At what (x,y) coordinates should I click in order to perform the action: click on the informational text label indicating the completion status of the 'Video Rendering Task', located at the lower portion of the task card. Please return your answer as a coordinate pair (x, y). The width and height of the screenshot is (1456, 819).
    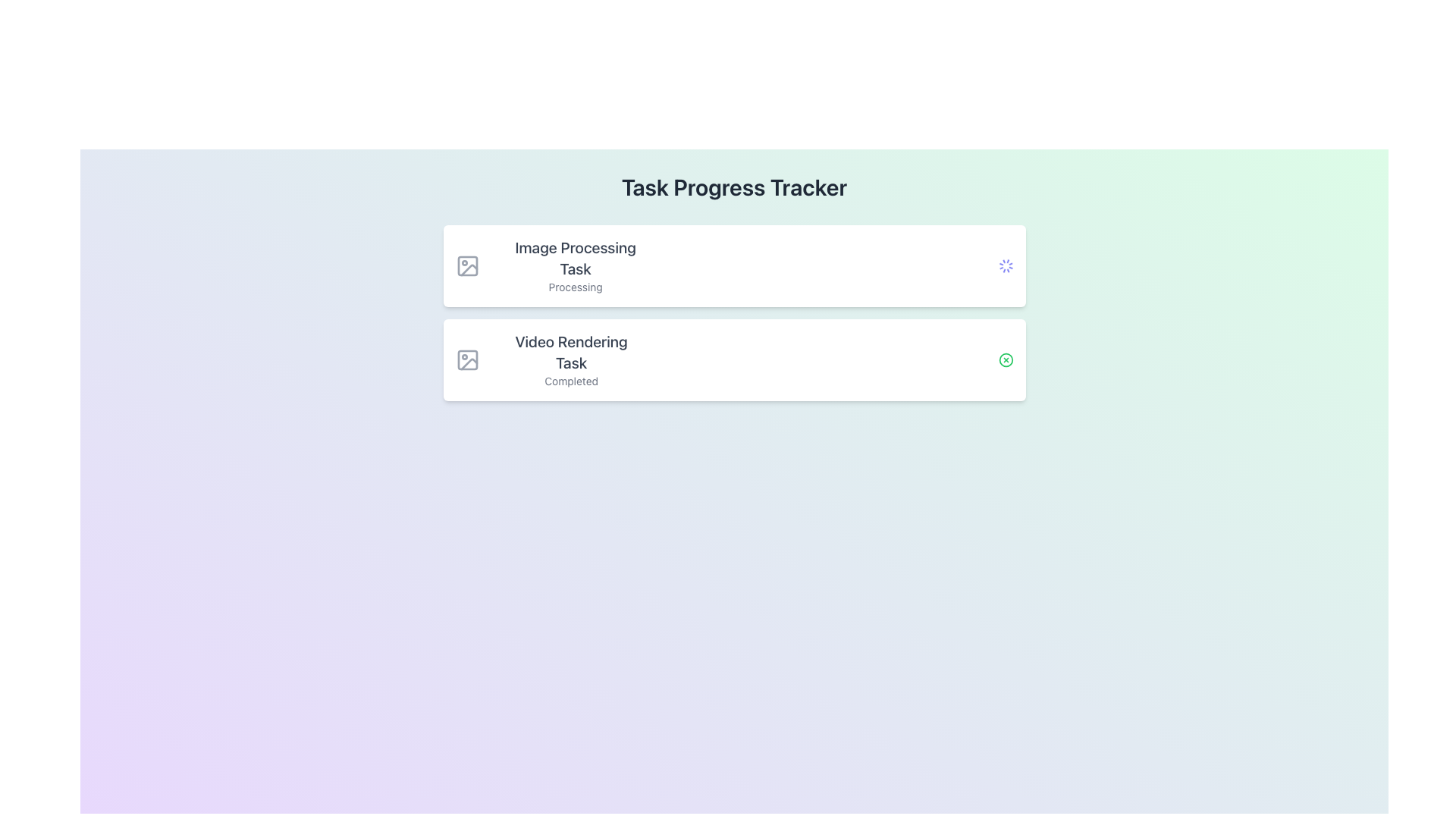
    Looking at the image, I should click on (570, 380).